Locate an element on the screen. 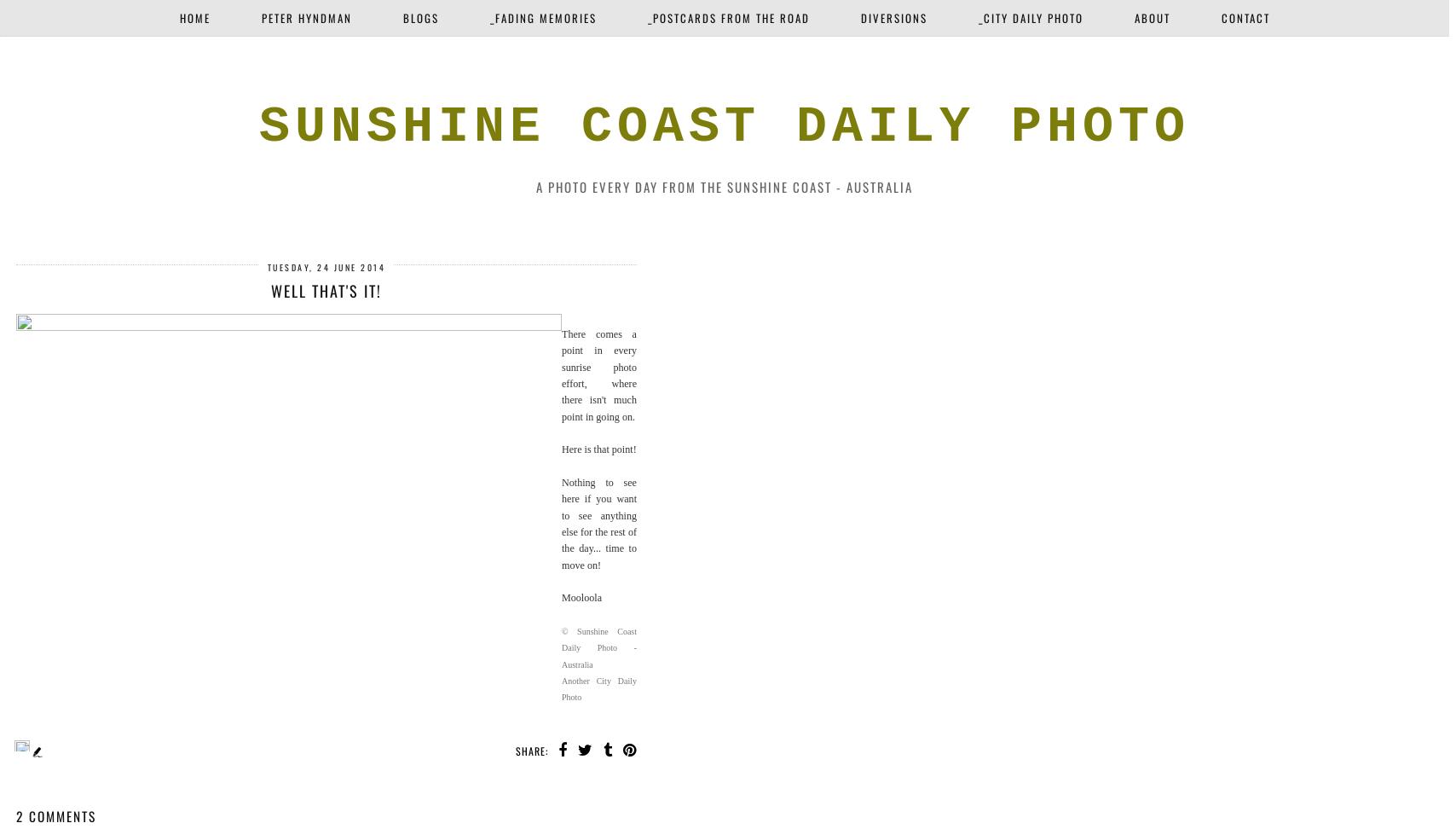 The image size is (1456, 829). 'Nothing to see here if you want to see anything else for the rest of the day... time to move on!' is located at coordinates (599, 523).